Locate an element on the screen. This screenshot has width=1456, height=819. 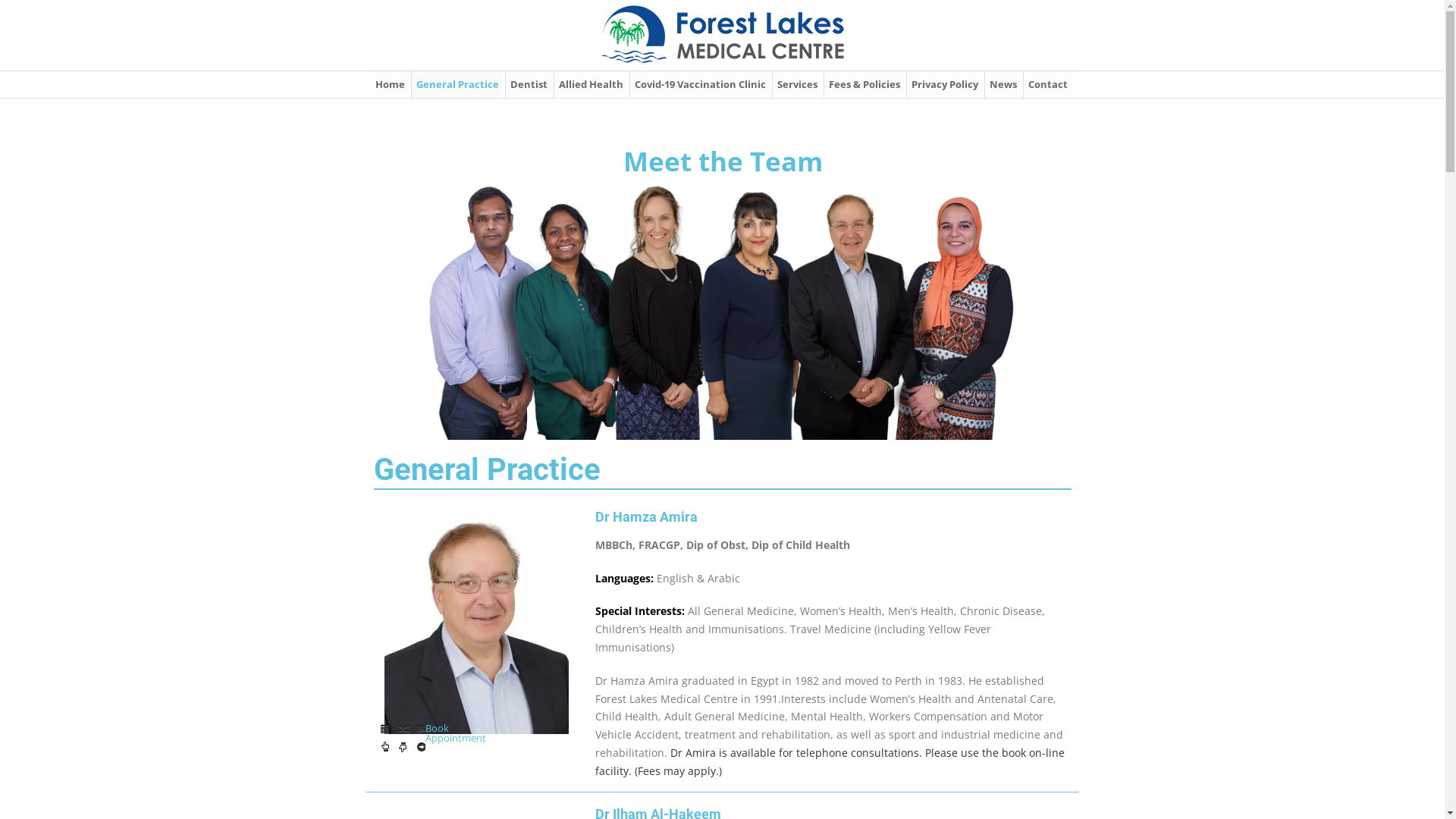
'Home' is located at coordinates (371, 84).